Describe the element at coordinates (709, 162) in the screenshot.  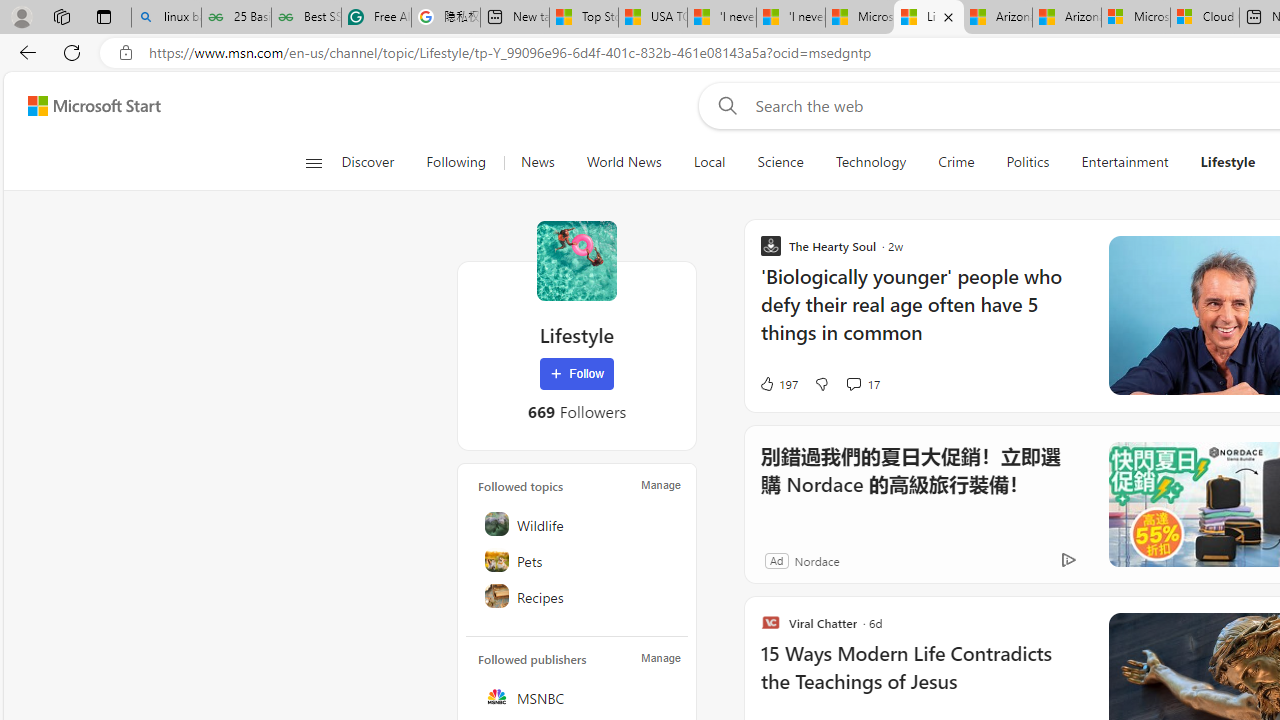
I see `'Local'` at that location.